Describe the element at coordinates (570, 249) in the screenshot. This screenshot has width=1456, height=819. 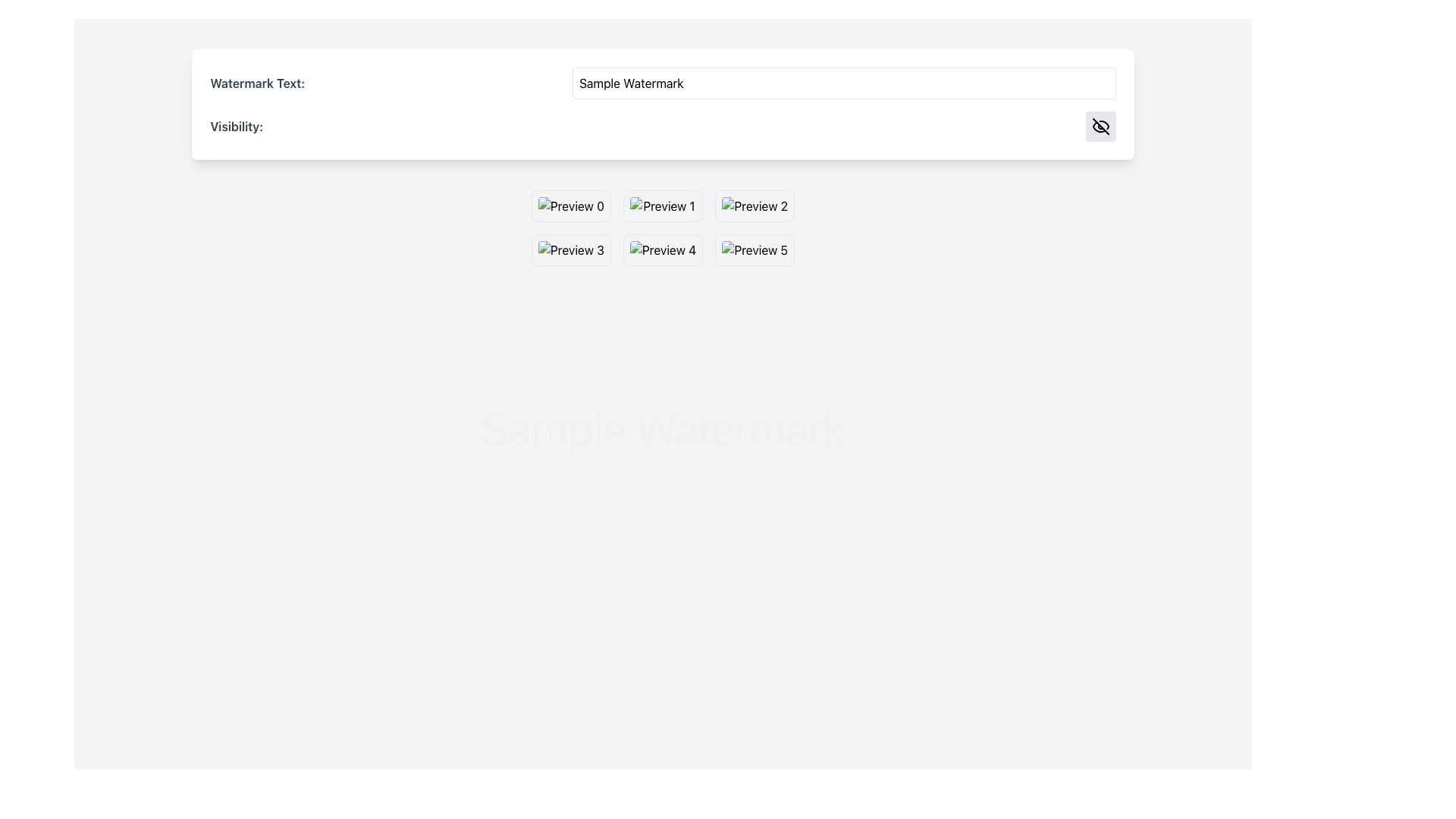
I see `the preview image located in the bottom-left corner of the grid layout, specifically the third item in the first row of thumbnails` at that location.